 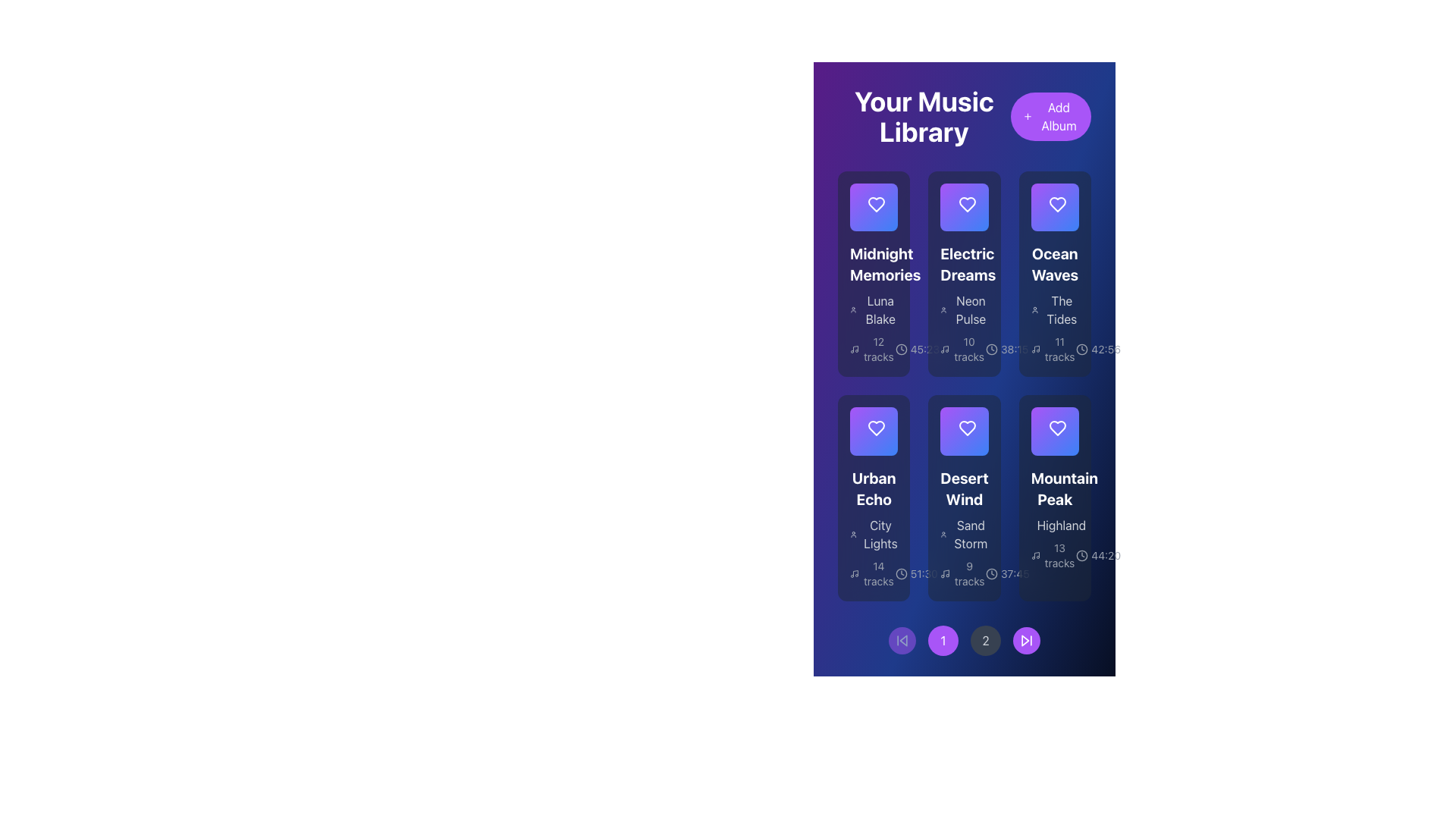 I want to click on the heart icon button located in the top-left album card of 'Your Music Library', so click(x=877, y=207).